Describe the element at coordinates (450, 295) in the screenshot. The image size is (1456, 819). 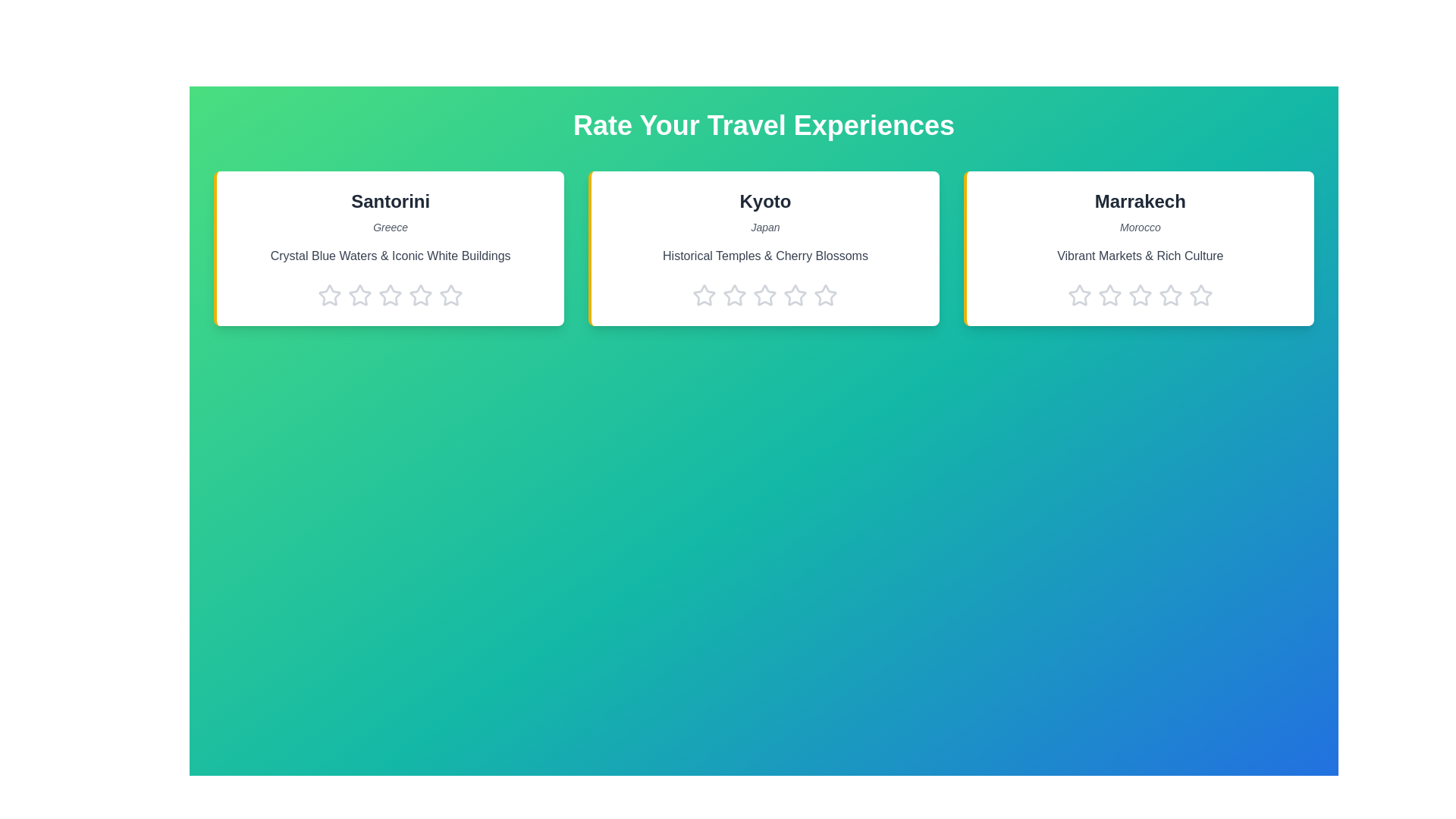
I see `the rating for a destination to 5 stars` at that location.